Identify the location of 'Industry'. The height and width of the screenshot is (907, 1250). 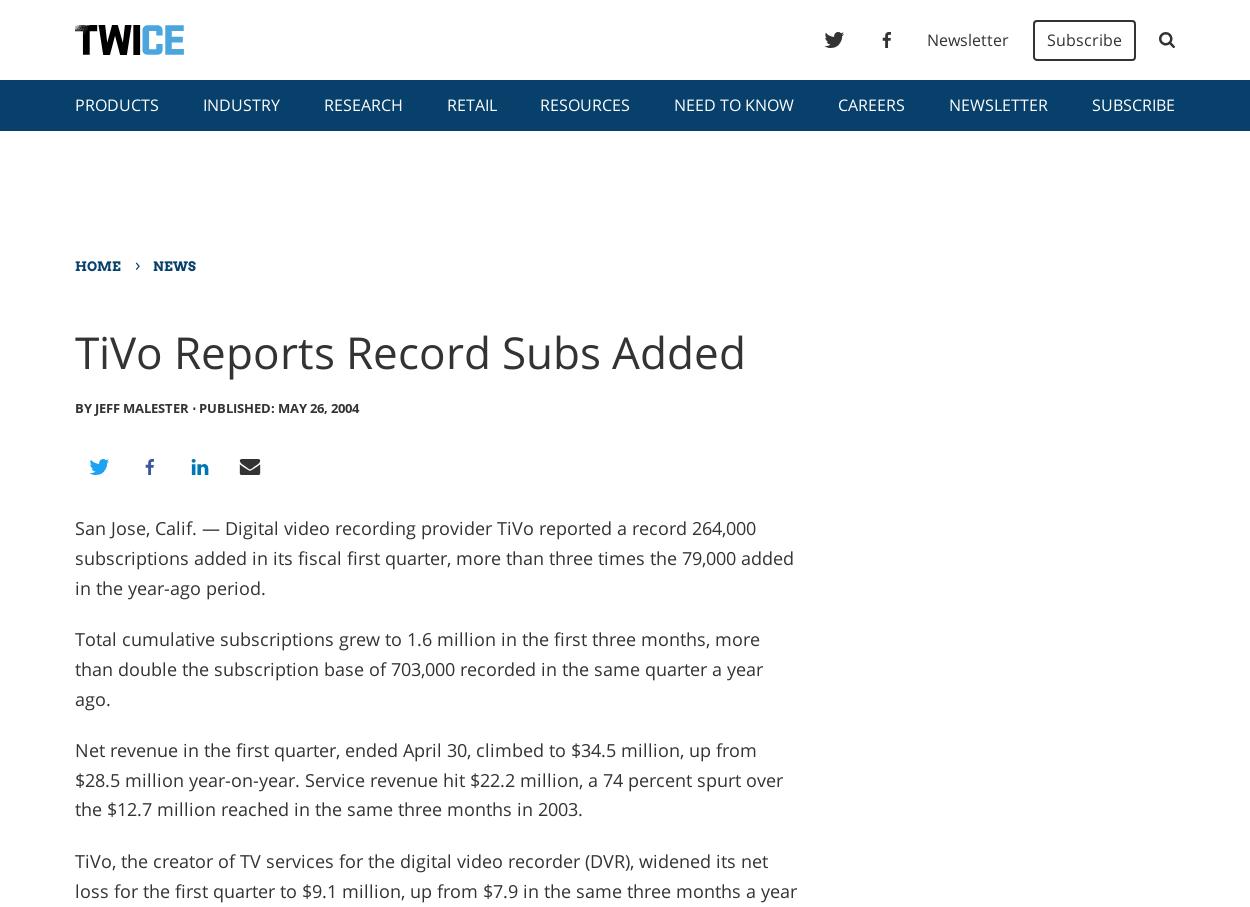
(239, 104).